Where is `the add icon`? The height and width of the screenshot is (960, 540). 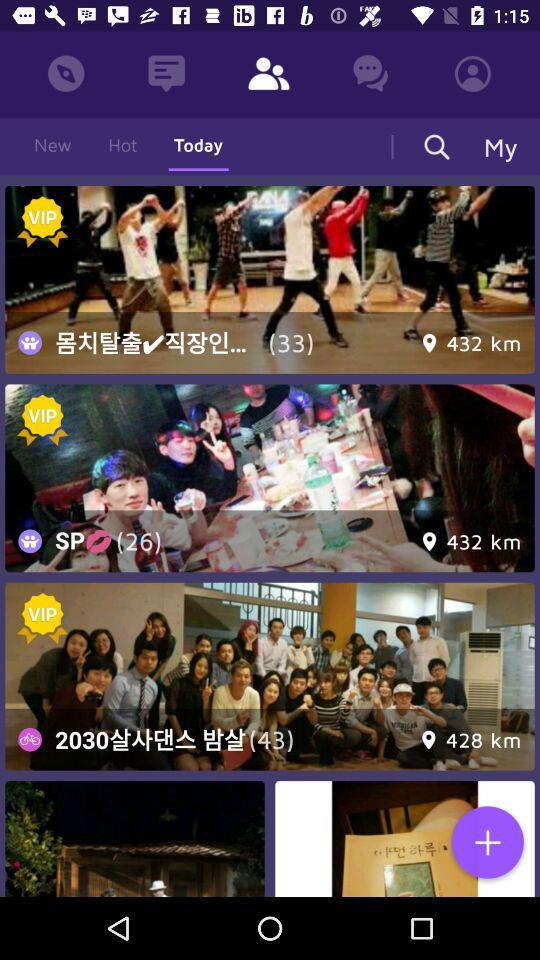 the add icon is located at coordinates (486, 843).